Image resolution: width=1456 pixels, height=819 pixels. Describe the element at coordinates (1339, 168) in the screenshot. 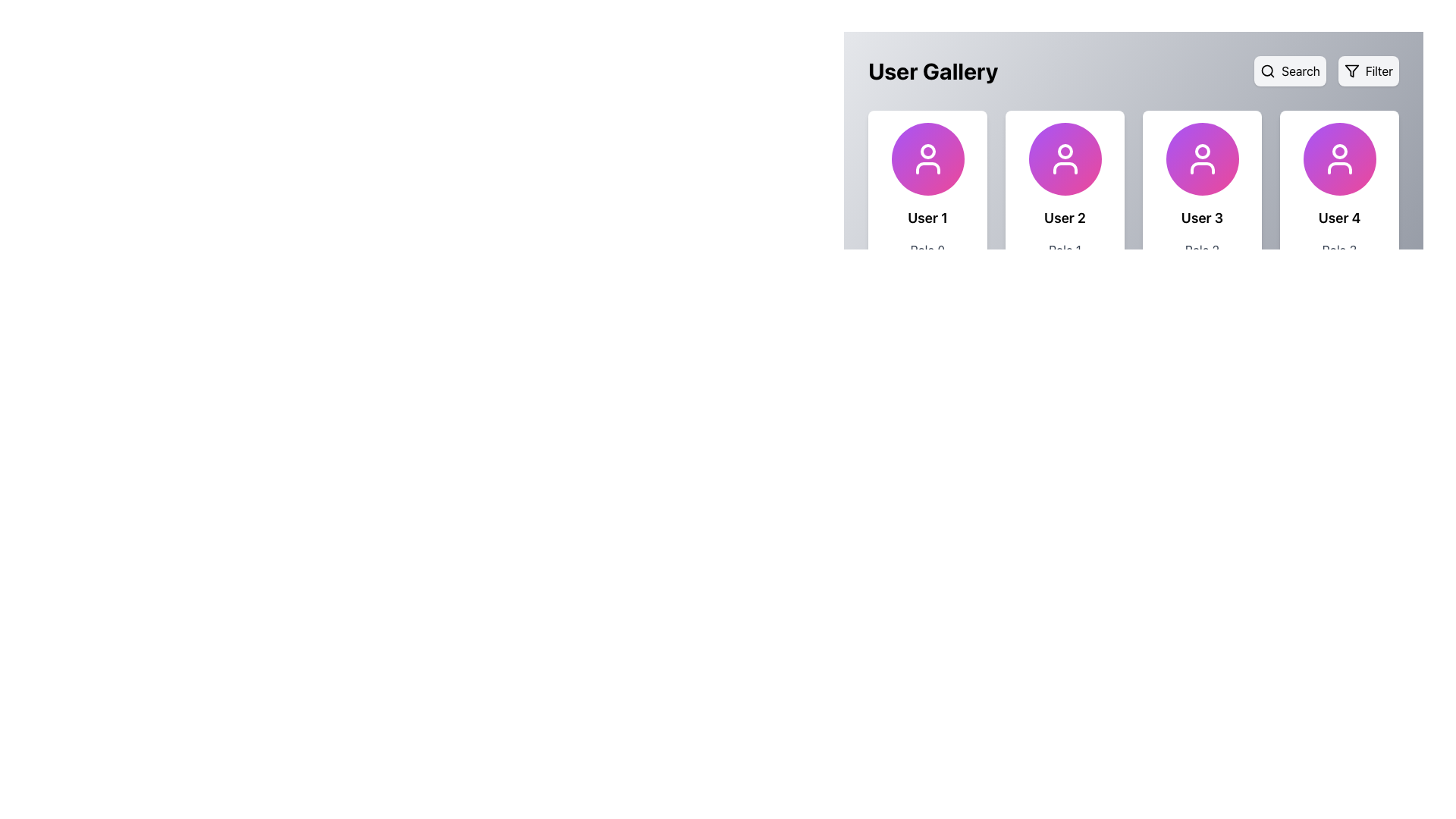

I see `the torso segment of the 'User 4' profile icon, which is located at the far-right of the user gallery and is positioned below the circular head representation` at that location.